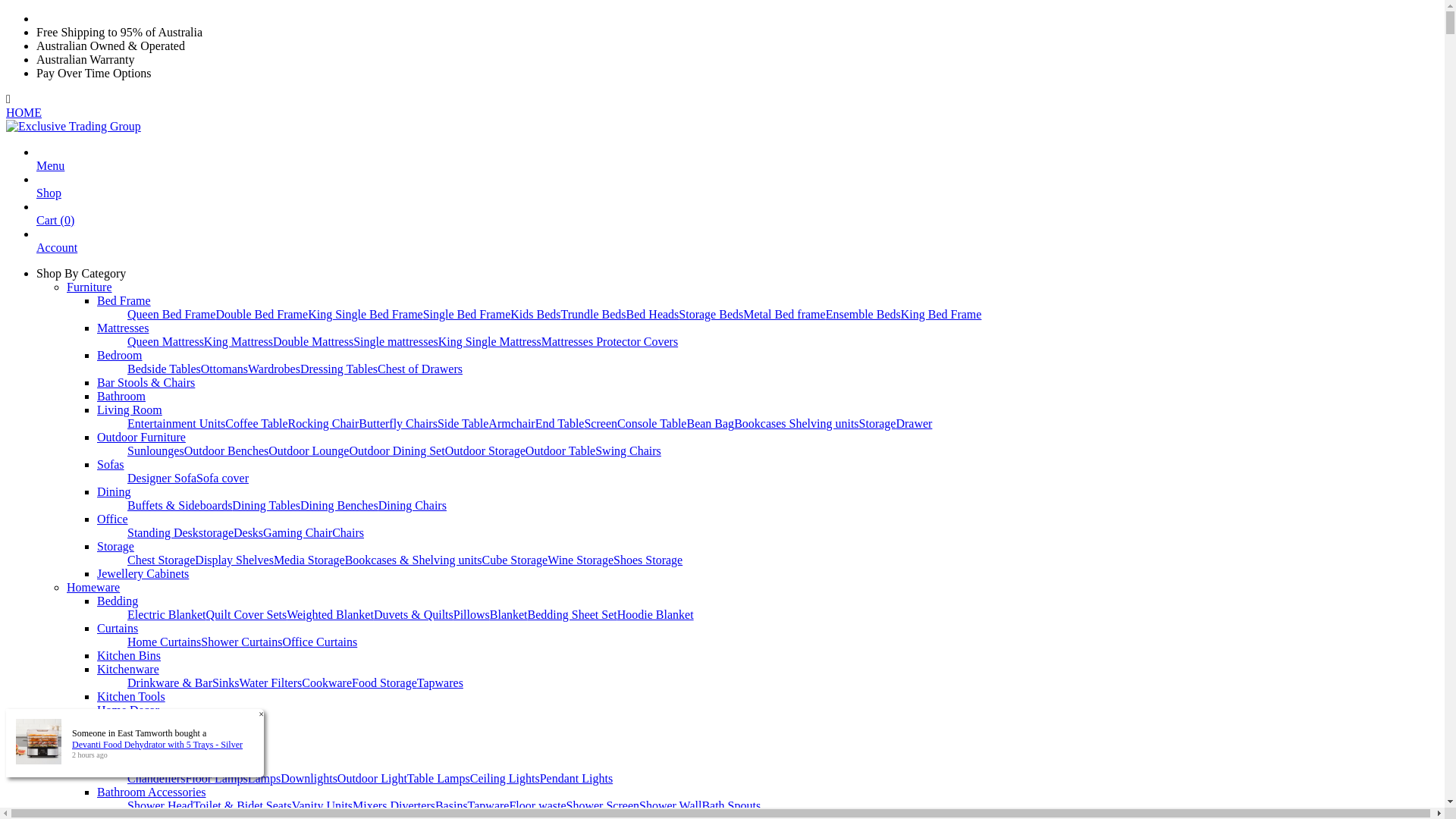  I want to click on 'King Single Mattress', so click(490, 341).